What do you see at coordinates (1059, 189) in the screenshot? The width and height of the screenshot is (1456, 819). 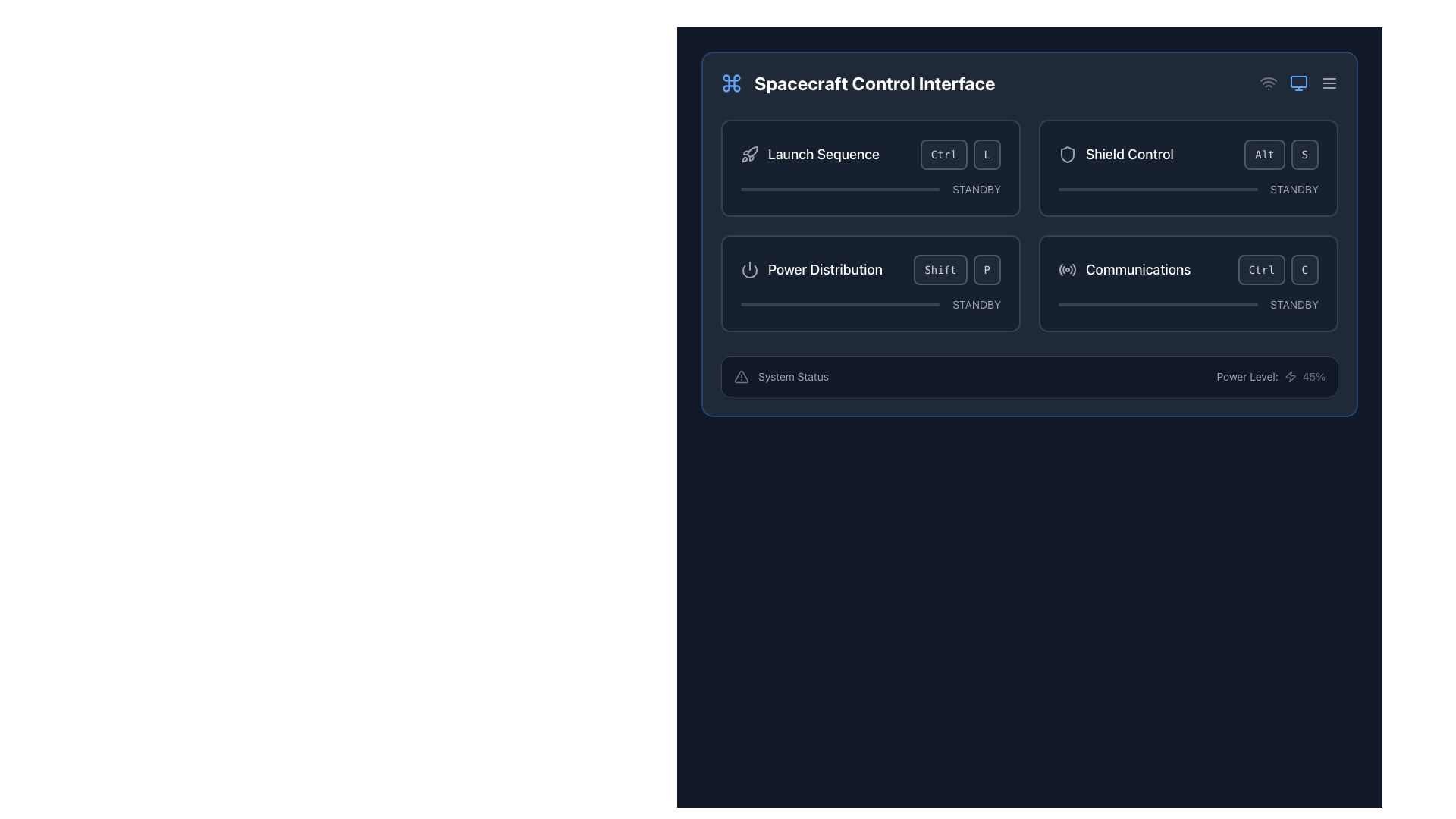 I see `the shield control` at bounding box center [1059, 189].